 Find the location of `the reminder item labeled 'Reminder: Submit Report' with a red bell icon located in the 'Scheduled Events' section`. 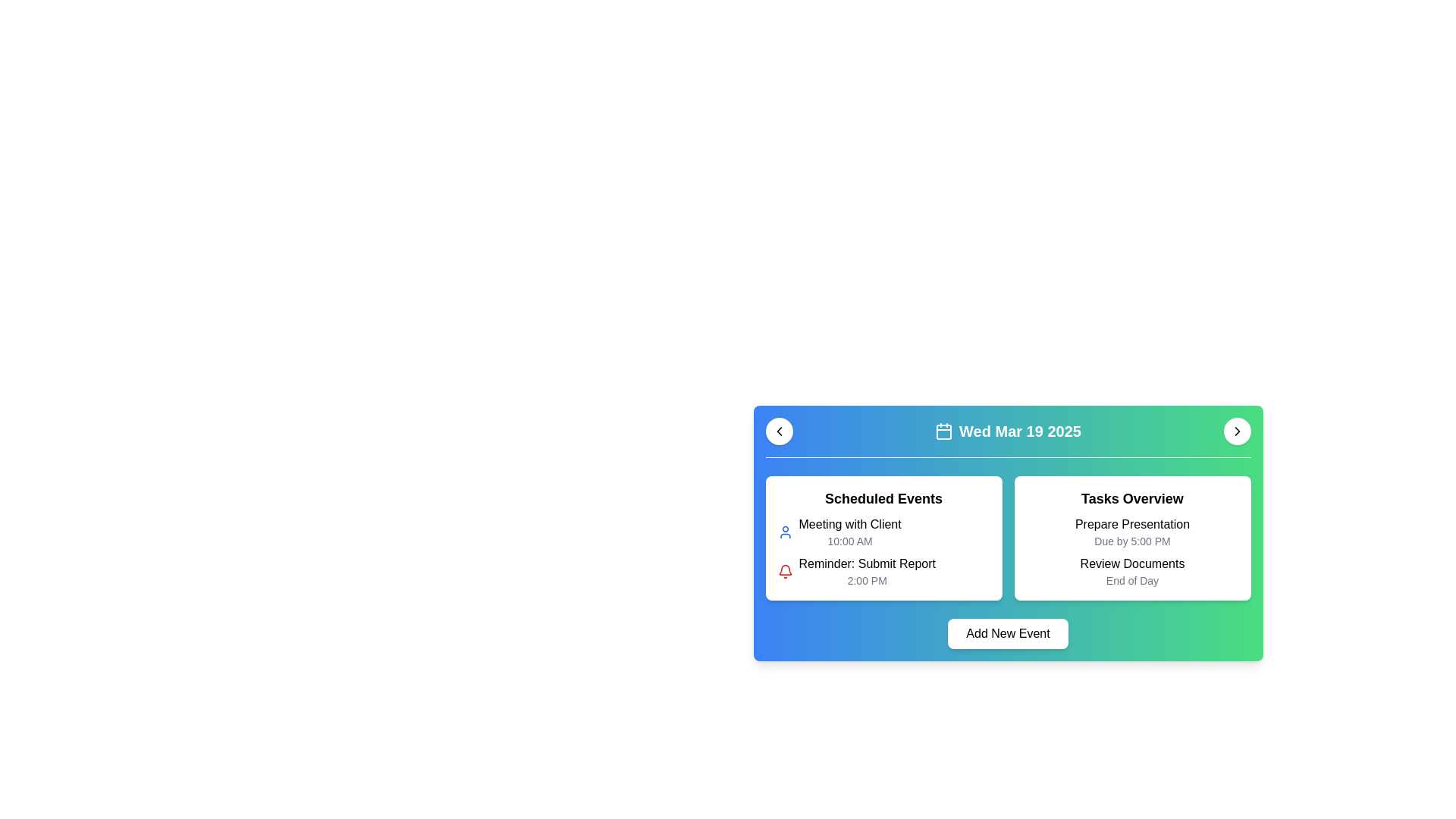

the reminder item labeled 'Reminder: Submit Report' with a red bell icon located in the 'Scheduled Events' section is located at coordinates (883, 571).